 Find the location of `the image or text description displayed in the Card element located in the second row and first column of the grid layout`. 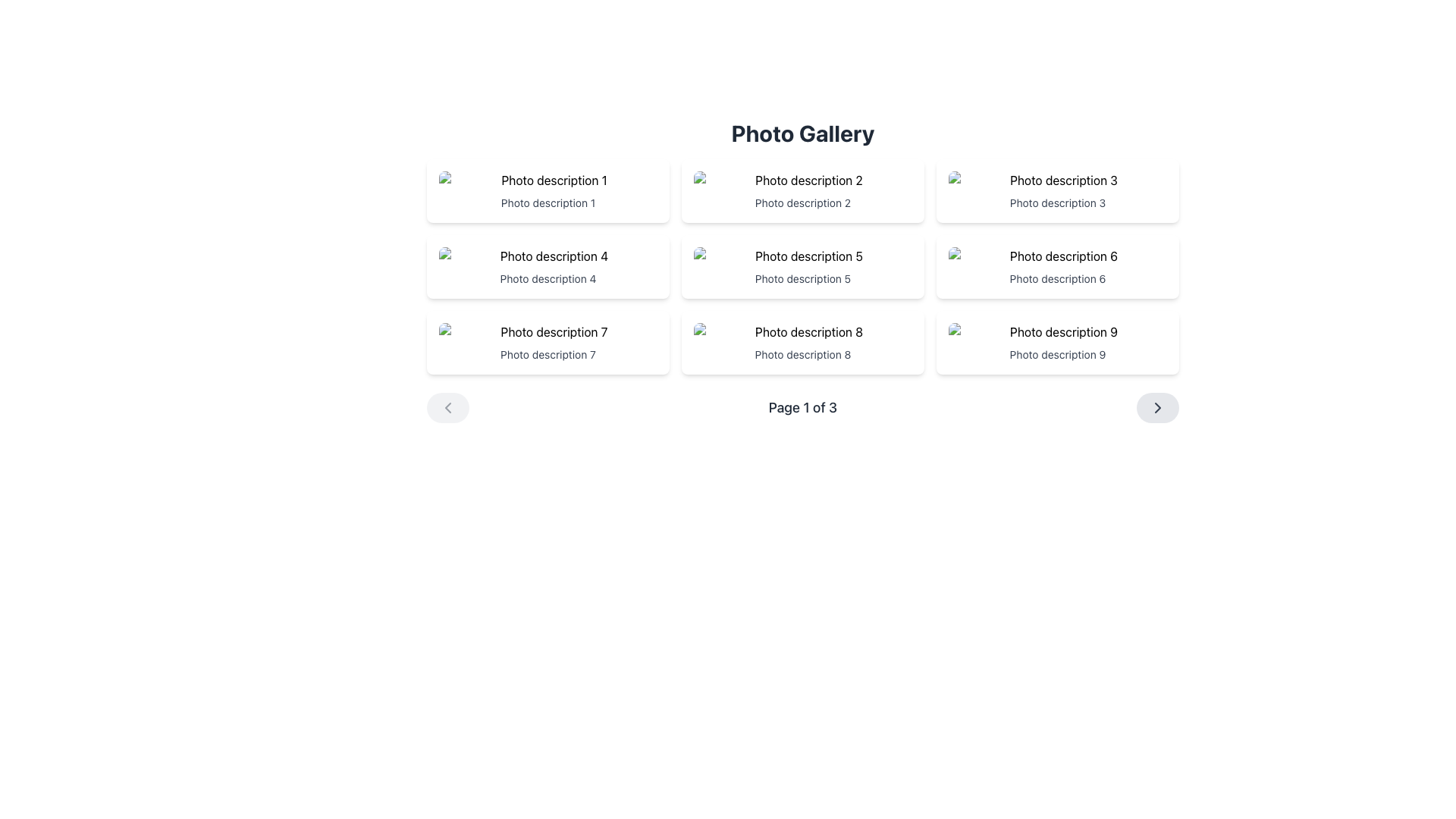

the image or text description displayed in the Card element located in the second row and first column of the grid layout is located at coordinates (548, 265).